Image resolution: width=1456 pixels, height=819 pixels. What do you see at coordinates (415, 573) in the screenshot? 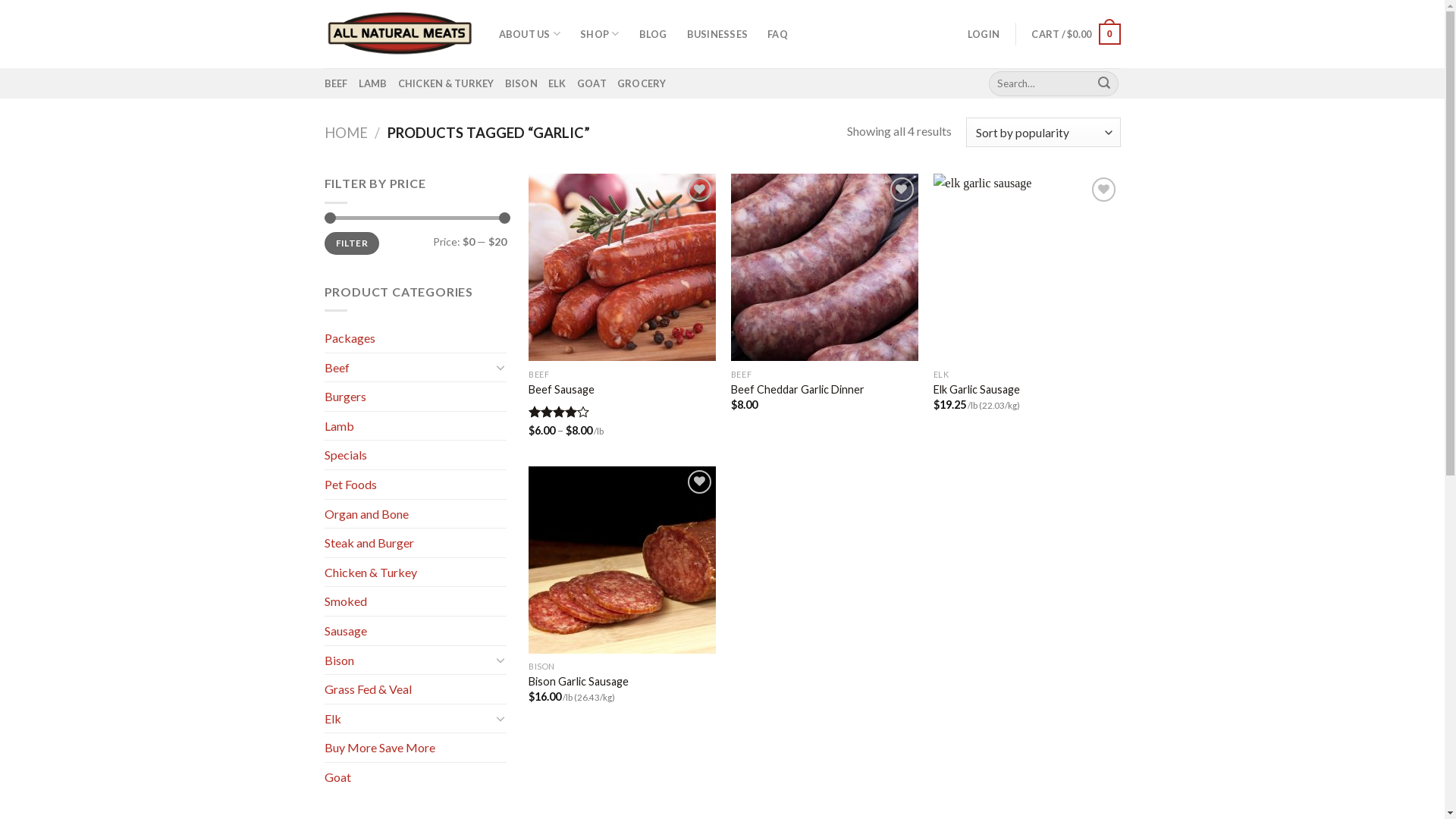
I see `'Chicken & Turkey'` at bounding box center [415, 573].